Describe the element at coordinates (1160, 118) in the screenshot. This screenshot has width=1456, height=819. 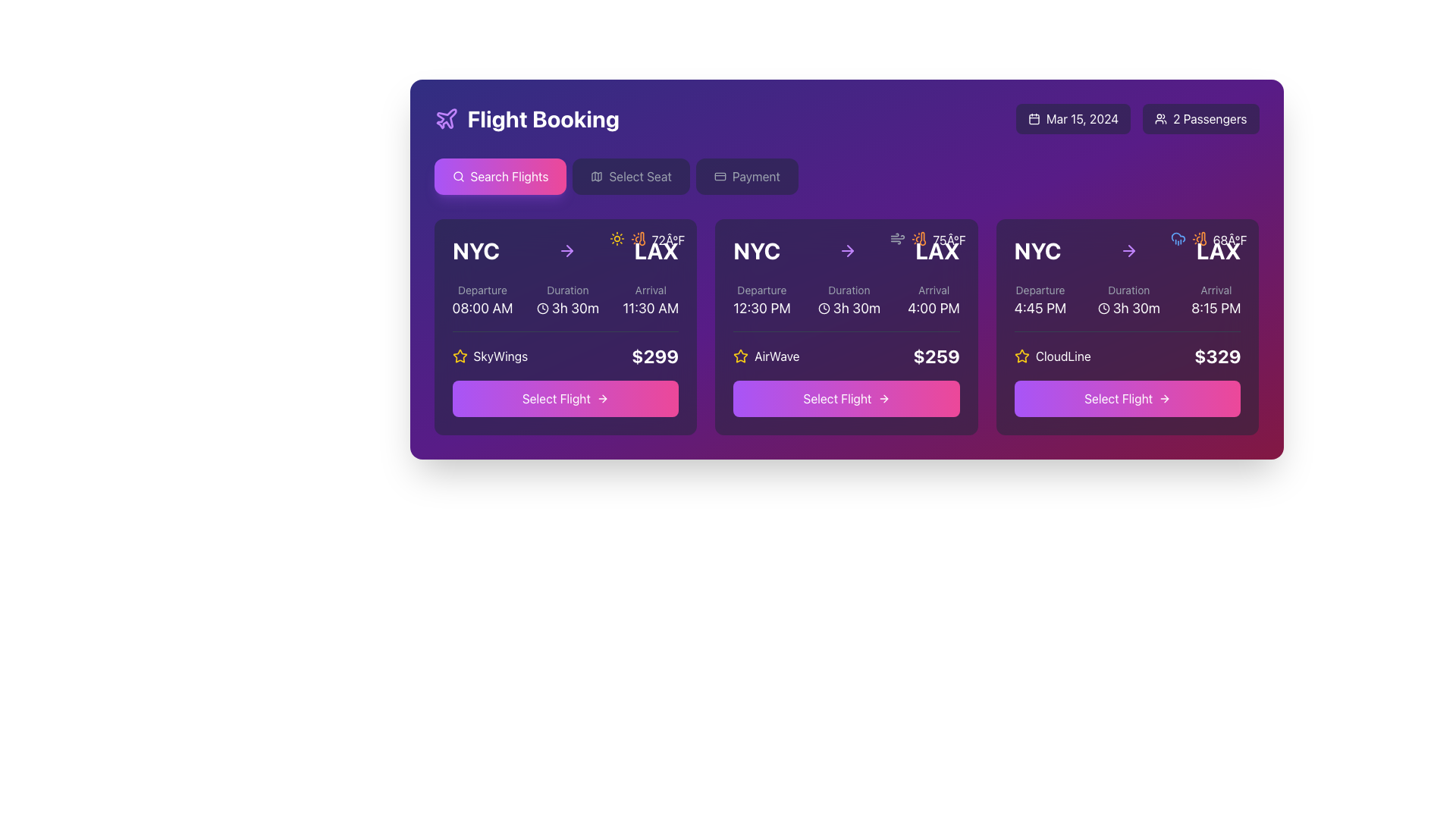
I see `the small user icon consisting of outlines of two human figures, located at the top-right corner of the interface, adjacent to the '2 Passengers' text` at that location.